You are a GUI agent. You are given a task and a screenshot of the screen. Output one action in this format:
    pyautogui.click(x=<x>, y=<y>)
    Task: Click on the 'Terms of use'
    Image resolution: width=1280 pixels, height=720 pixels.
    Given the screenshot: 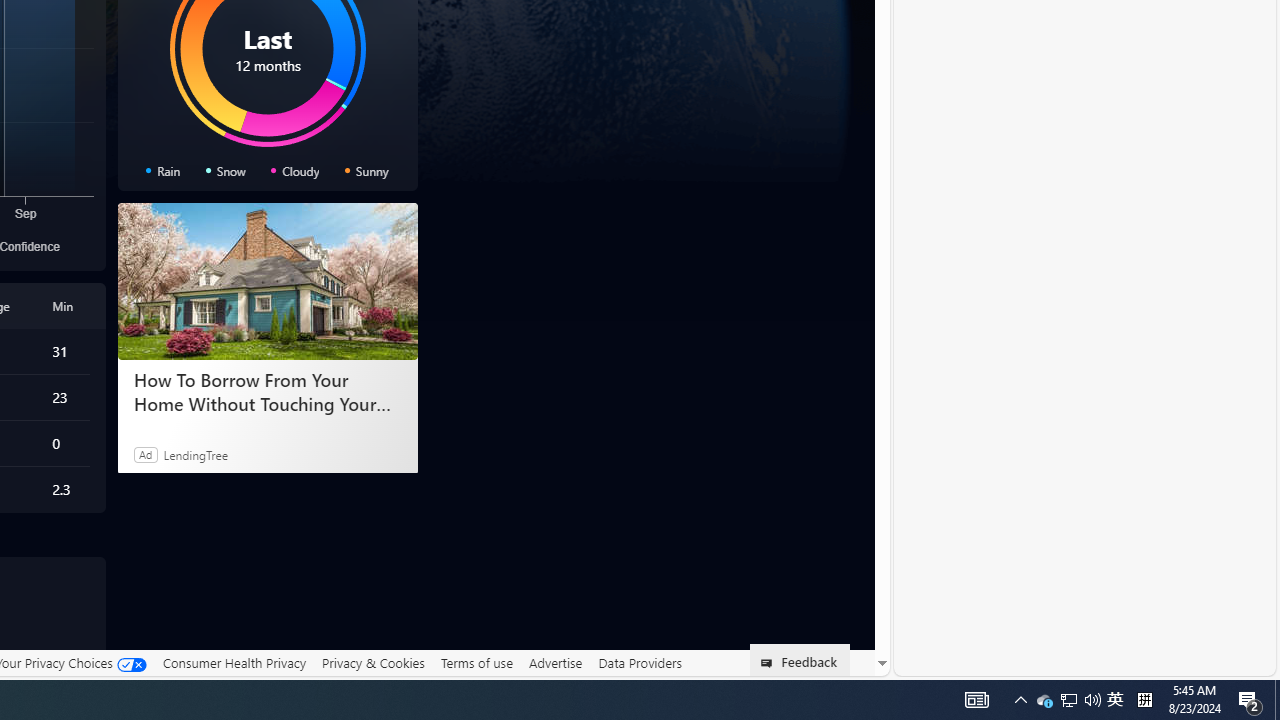 What is the action you would take?
    pyautogui.click(x=475, y=662)
    